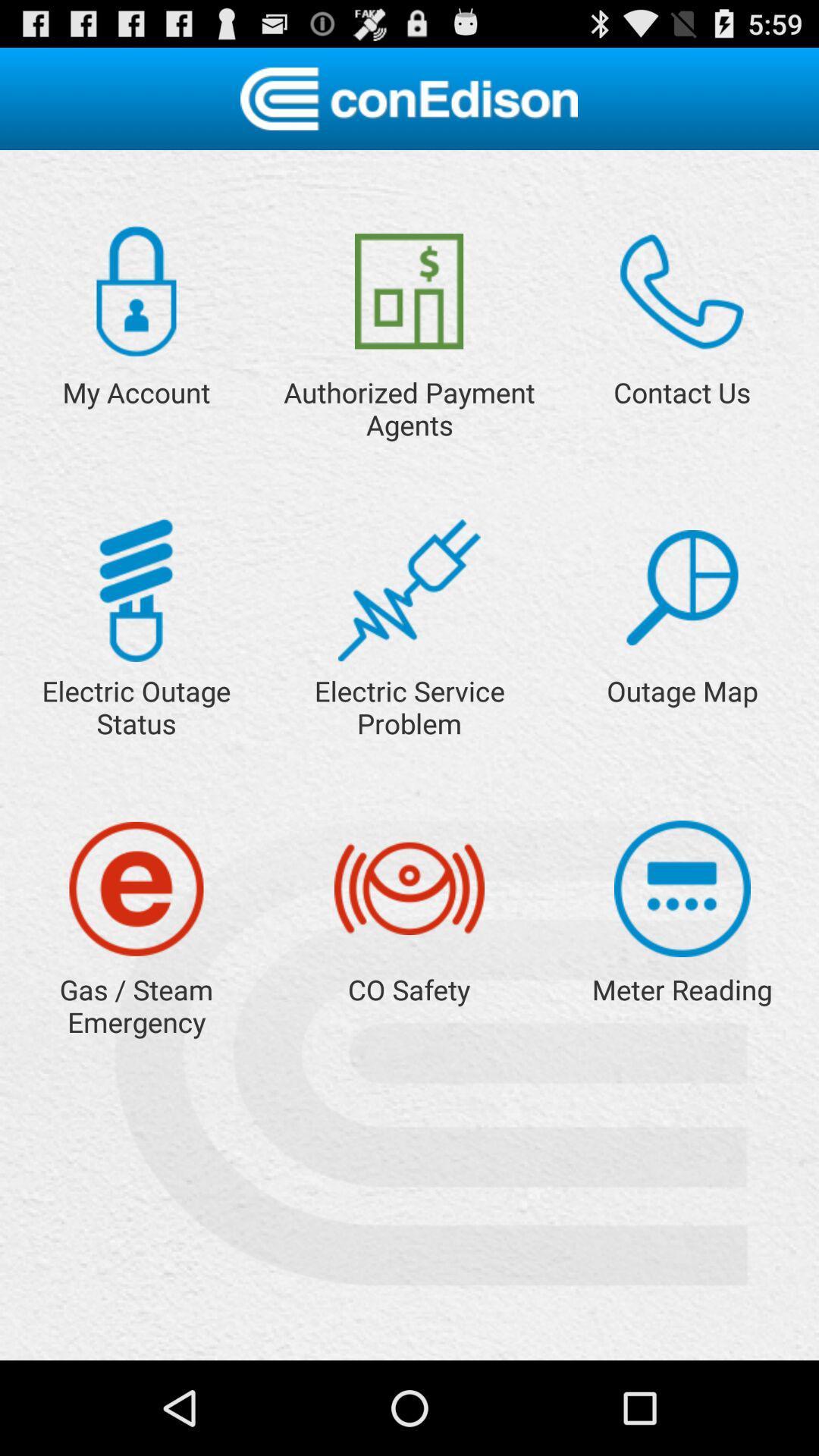 The width and height of the screenshot is (819, 1456). Describe the element at coordinates (681, 889) in the screenshot. I see `open meter reading page` at that location.